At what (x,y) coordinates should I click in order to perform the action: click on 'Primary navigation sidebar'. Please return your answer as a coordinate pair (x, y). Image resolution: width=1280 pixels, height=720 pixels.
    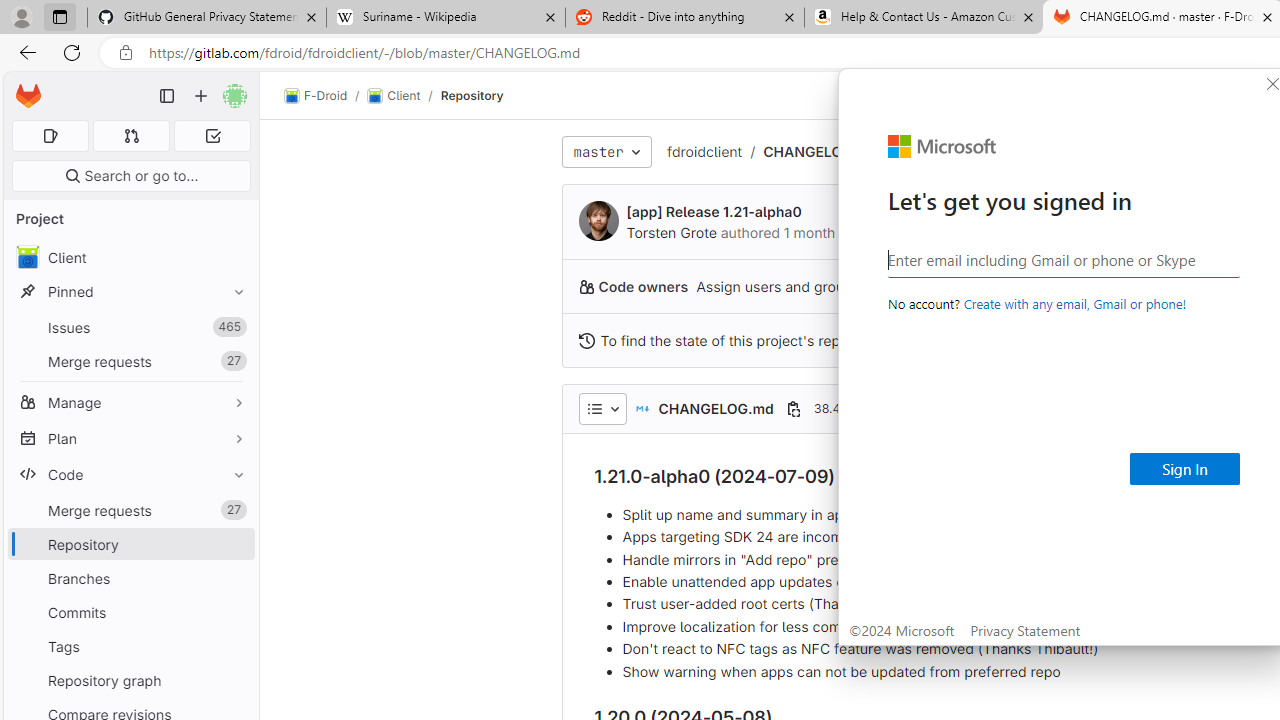
    Looking at the image, I should click on (167, 96).